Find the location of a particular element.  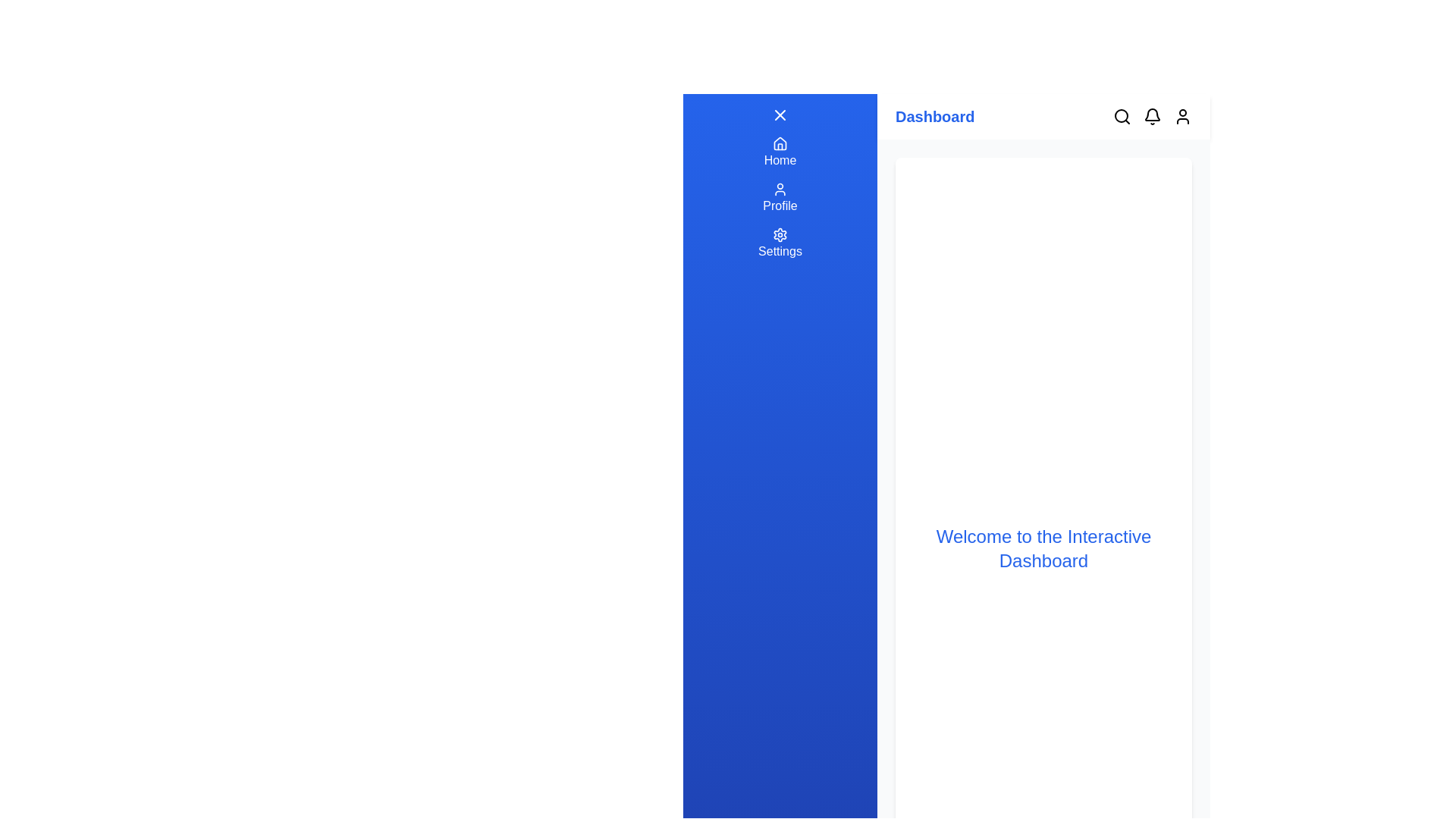

the gear icon in the sidebar navigation panel that represents access to settings, located below the 'Profile' option is located at coordinates (780, 234).